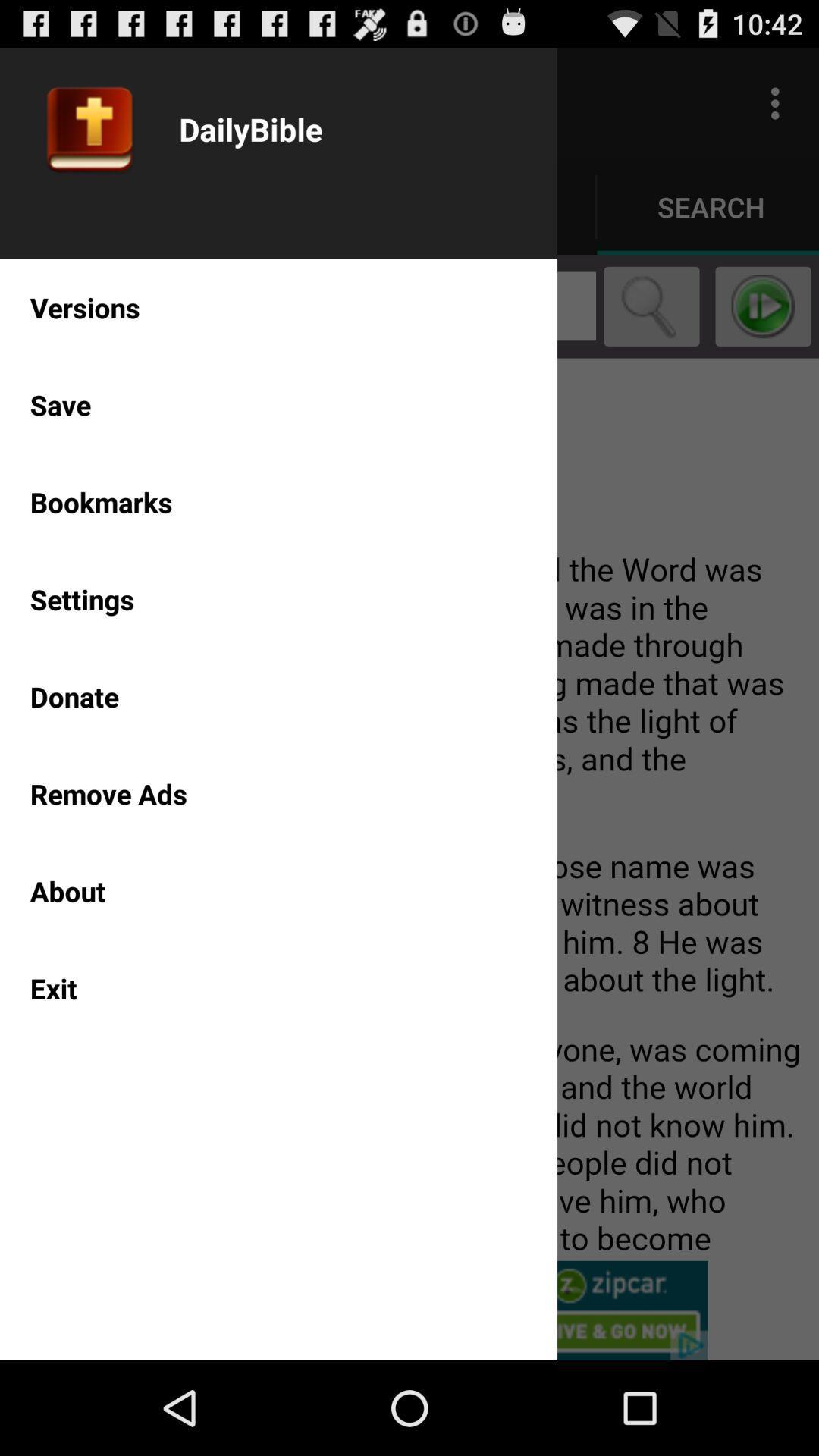 The height and width of the screenshot is (1456, 819). Describe the element at coordinates (763, 327) in the screenshot. I see `the play icon` at that location.